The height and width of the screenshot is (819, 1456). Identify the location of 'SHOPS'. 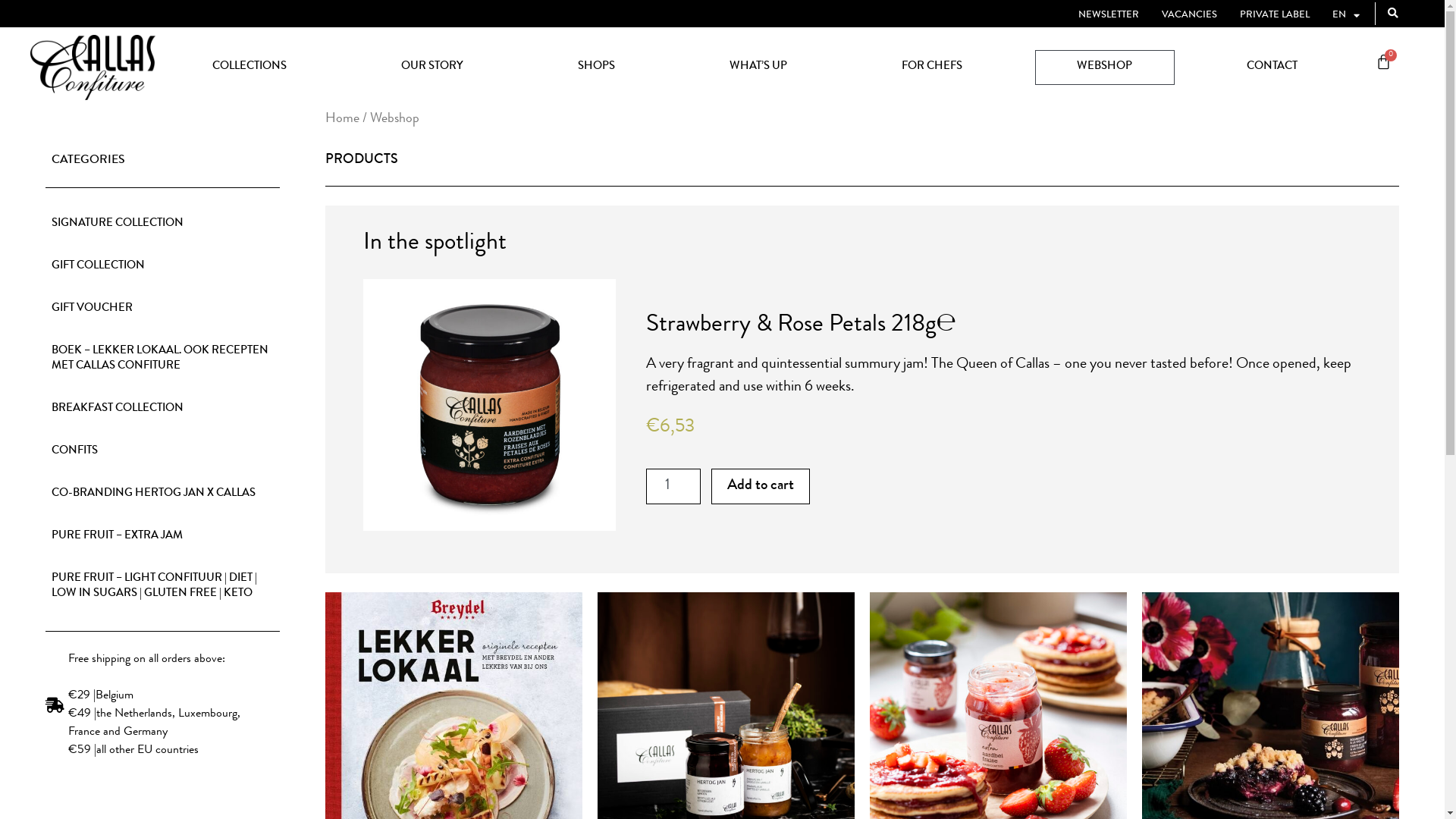
(595, 66).